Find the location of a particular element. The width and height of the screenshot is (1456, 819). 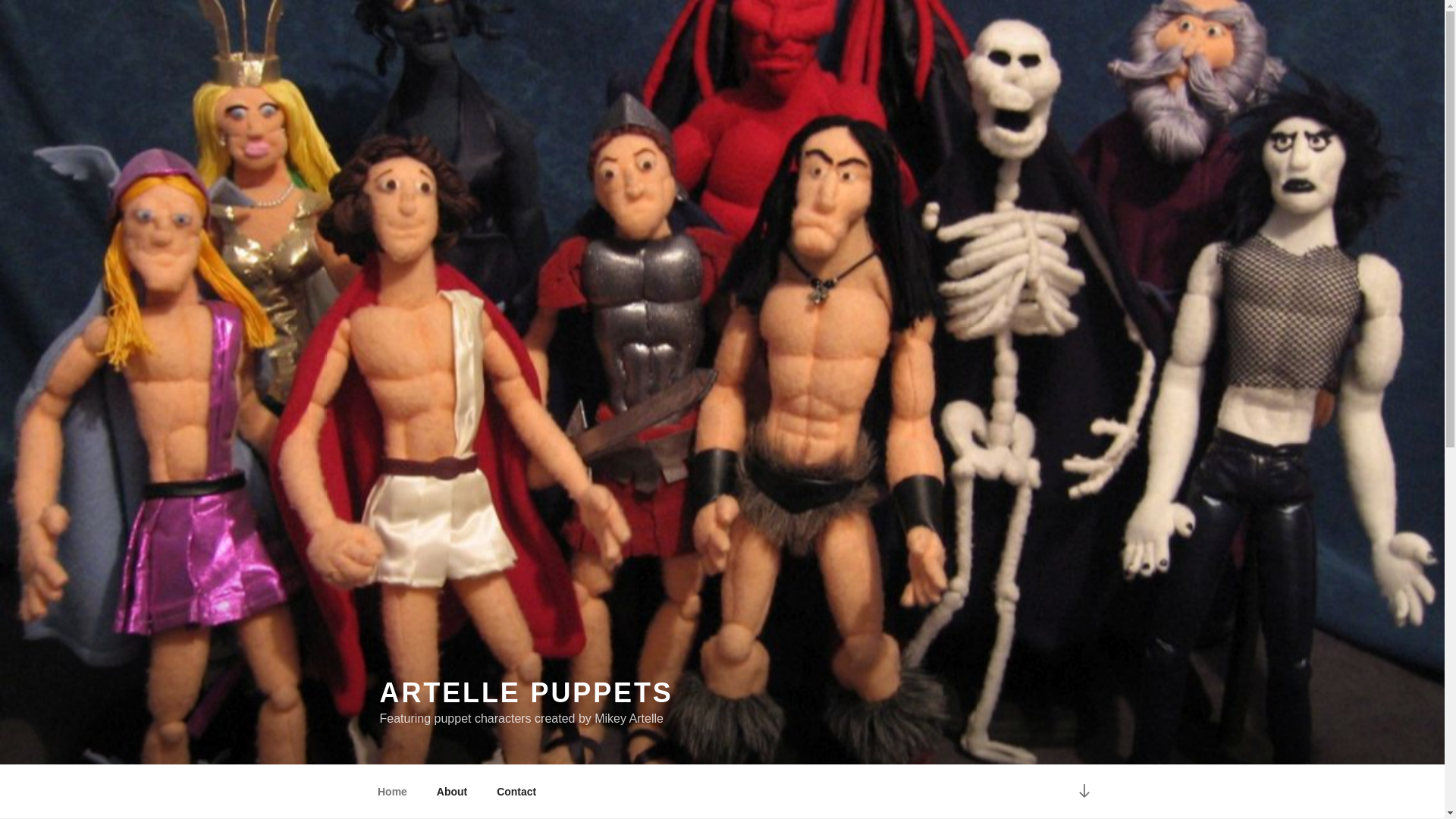

'ARTELLE PUPPETS' is located at coordinates (526, 692).